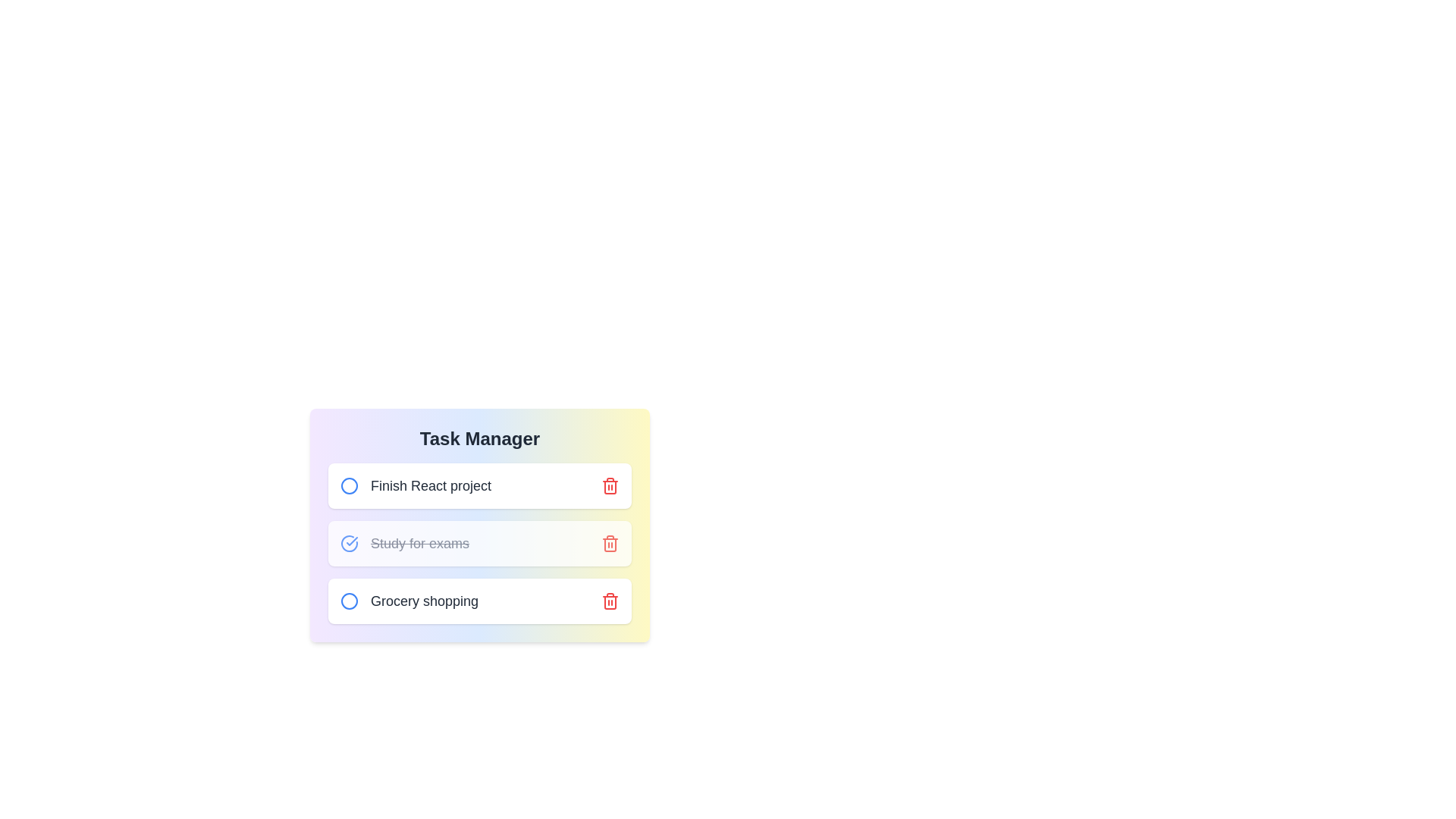 The width and height of the screenshot is (1456, 819). Describe the element at coordinates (610, 601) in the screenshot. I see `the delete icon to remove the task Grocery shopping` at that location.